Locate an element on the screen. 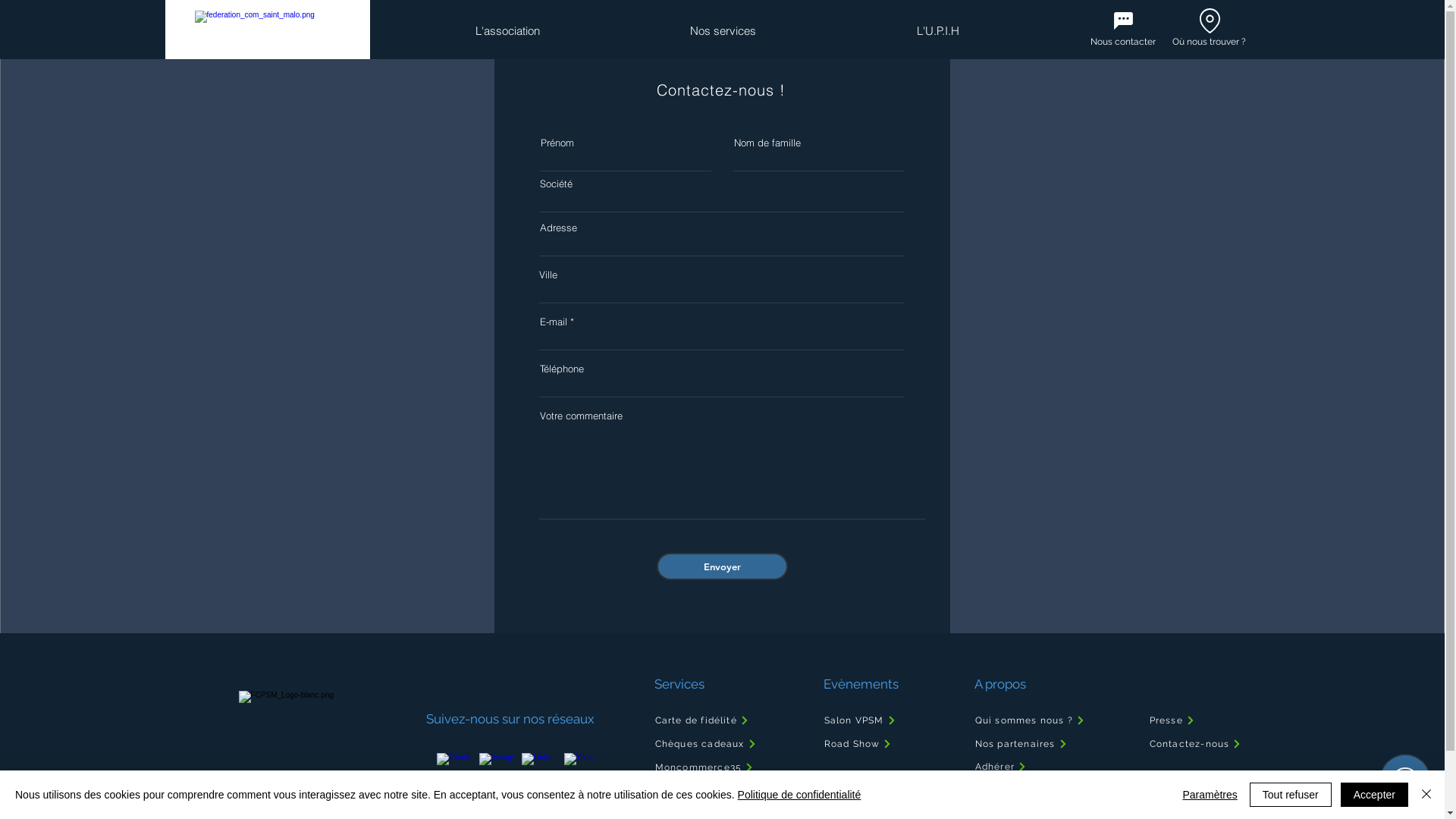 The width and height of the screenshot is (1456, 819). 'Salon VPSM' is located at coordinates (871, 719).